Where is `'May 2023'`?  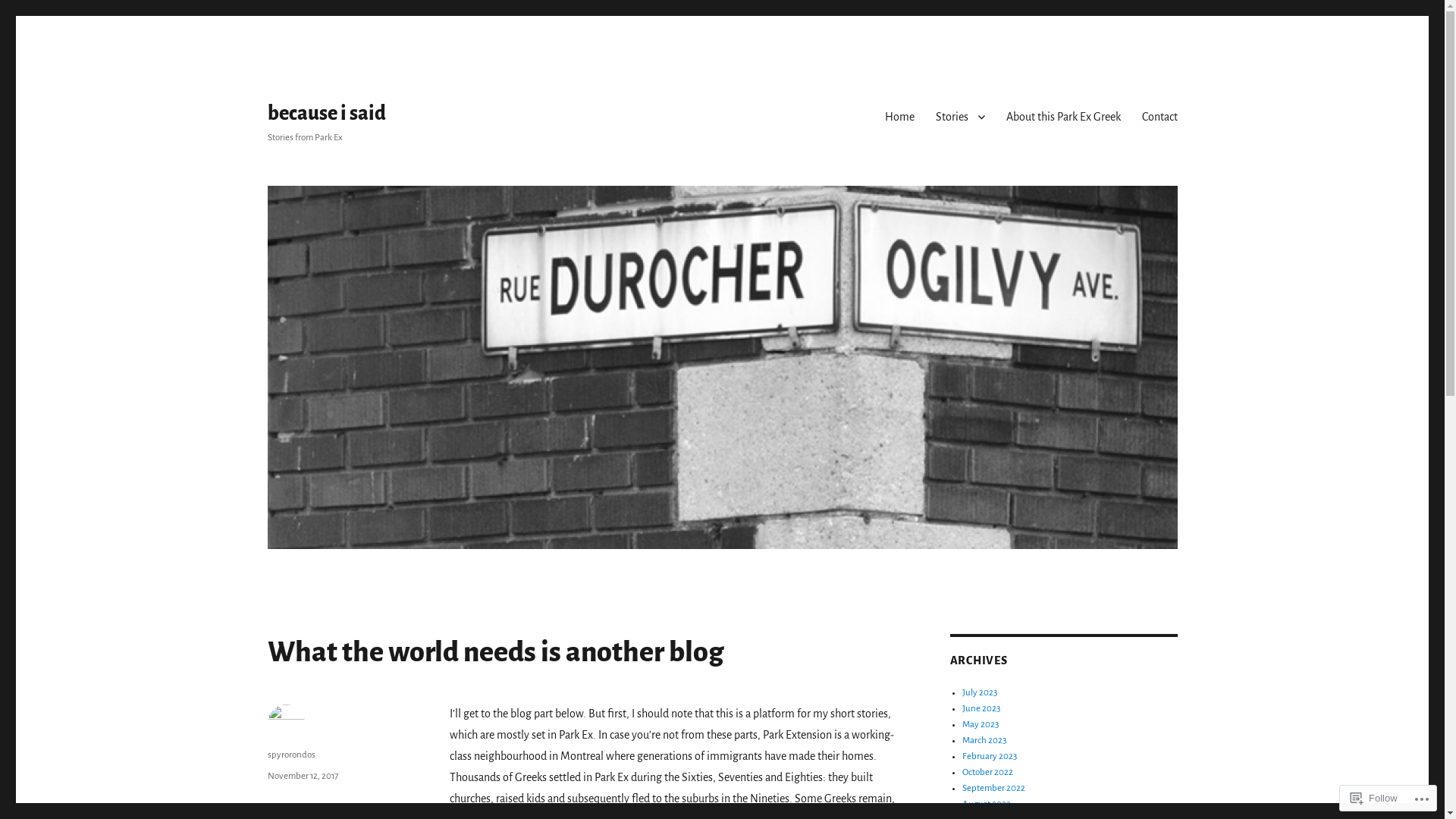 'May 2023' is located at coordinates (980, 723).